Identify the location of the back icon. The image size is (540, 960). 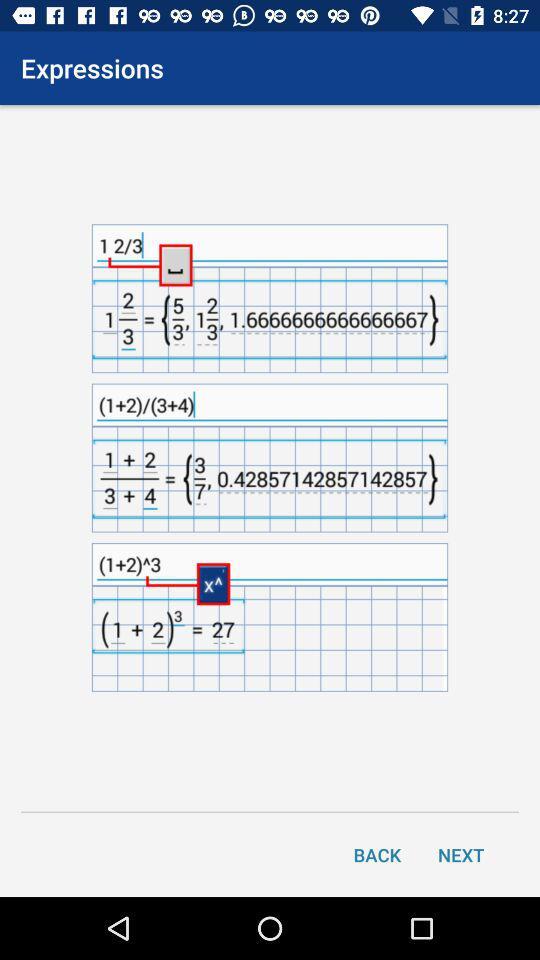
(377, 853).